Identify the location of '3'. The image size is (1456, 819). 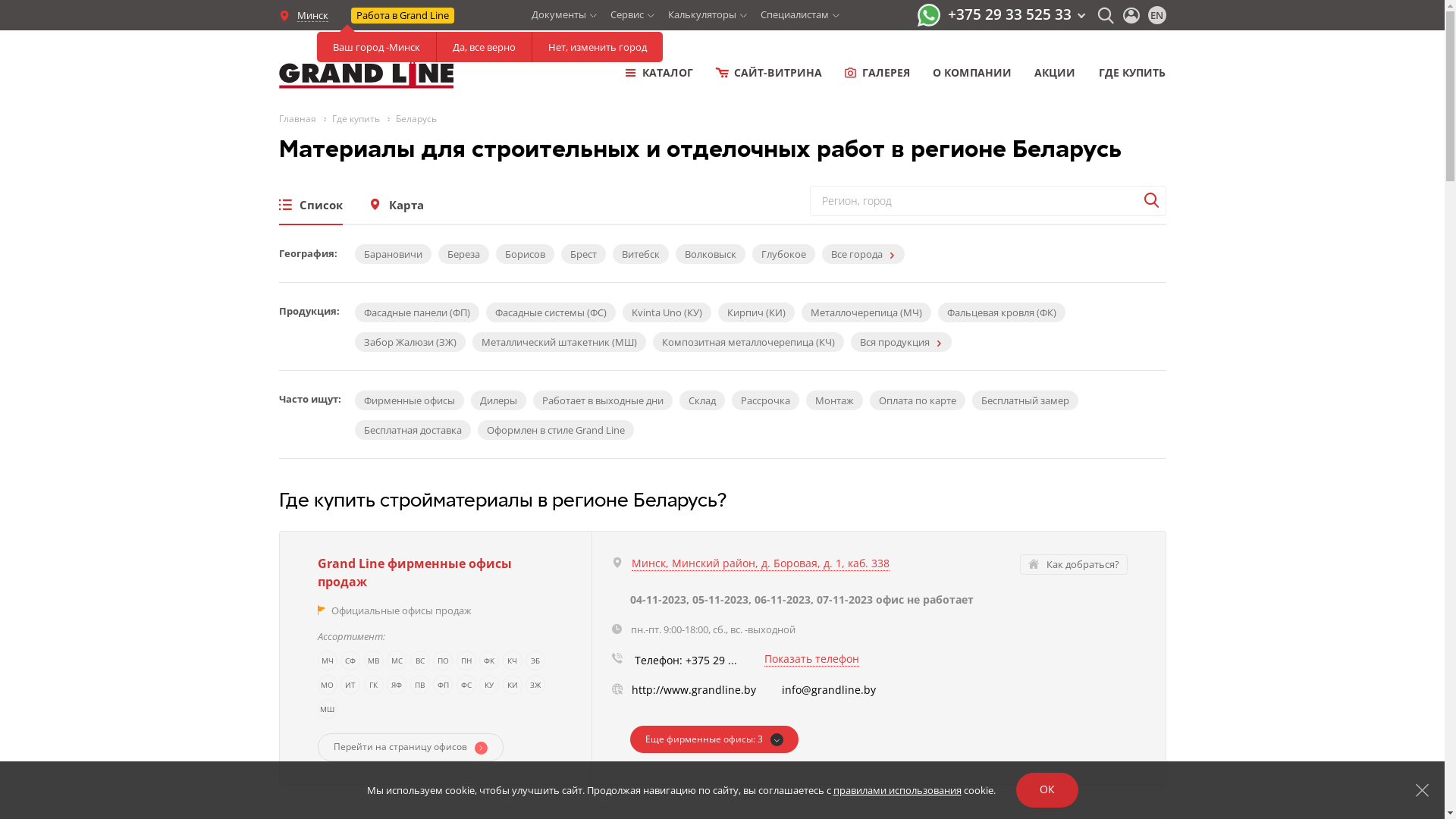
(712, 739).